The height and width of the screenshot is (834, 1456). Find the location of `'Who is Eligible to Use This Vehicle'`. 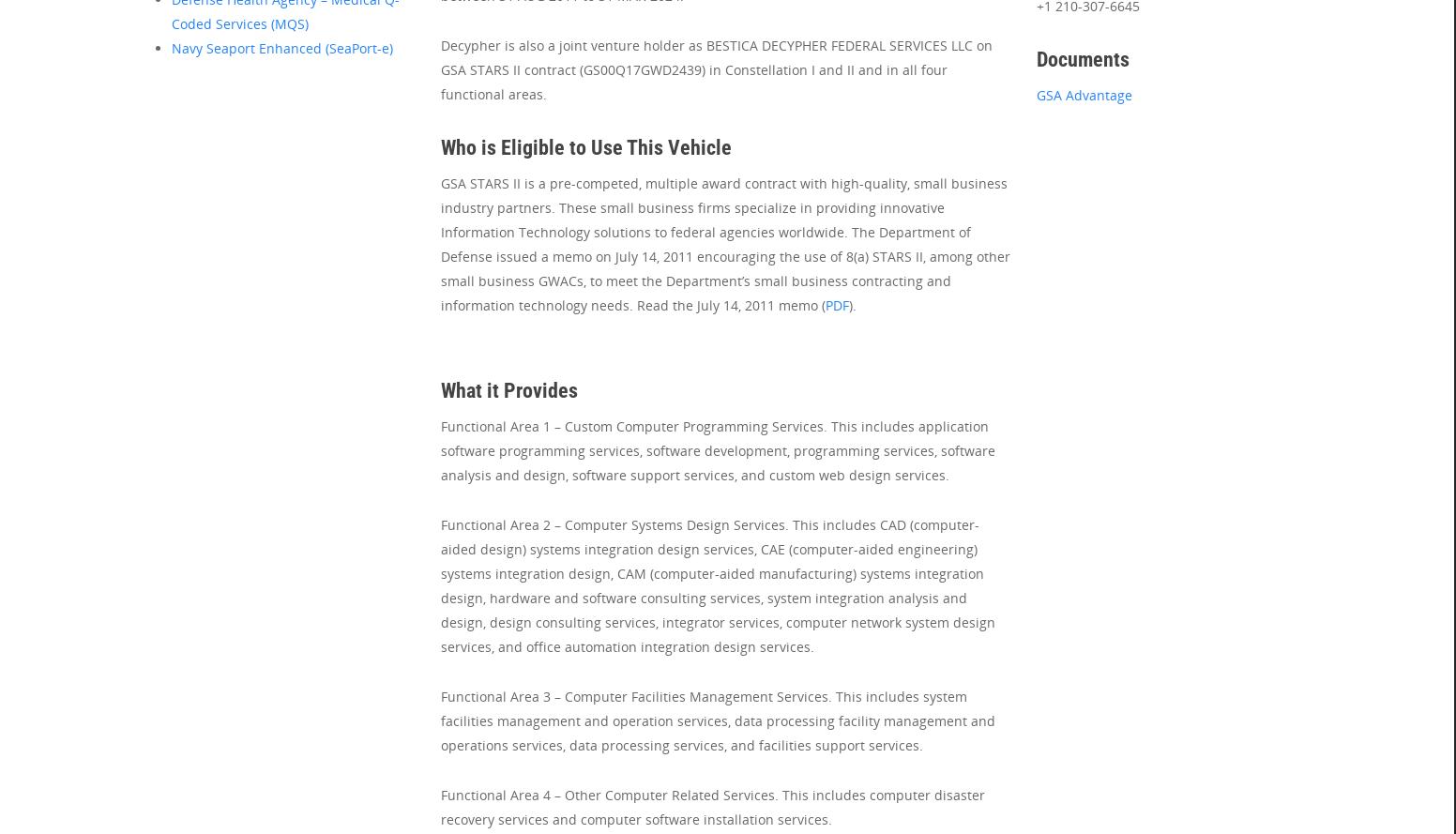

'Who is Eligible to Use This Vehicle' is located at coordinates (585, 147).